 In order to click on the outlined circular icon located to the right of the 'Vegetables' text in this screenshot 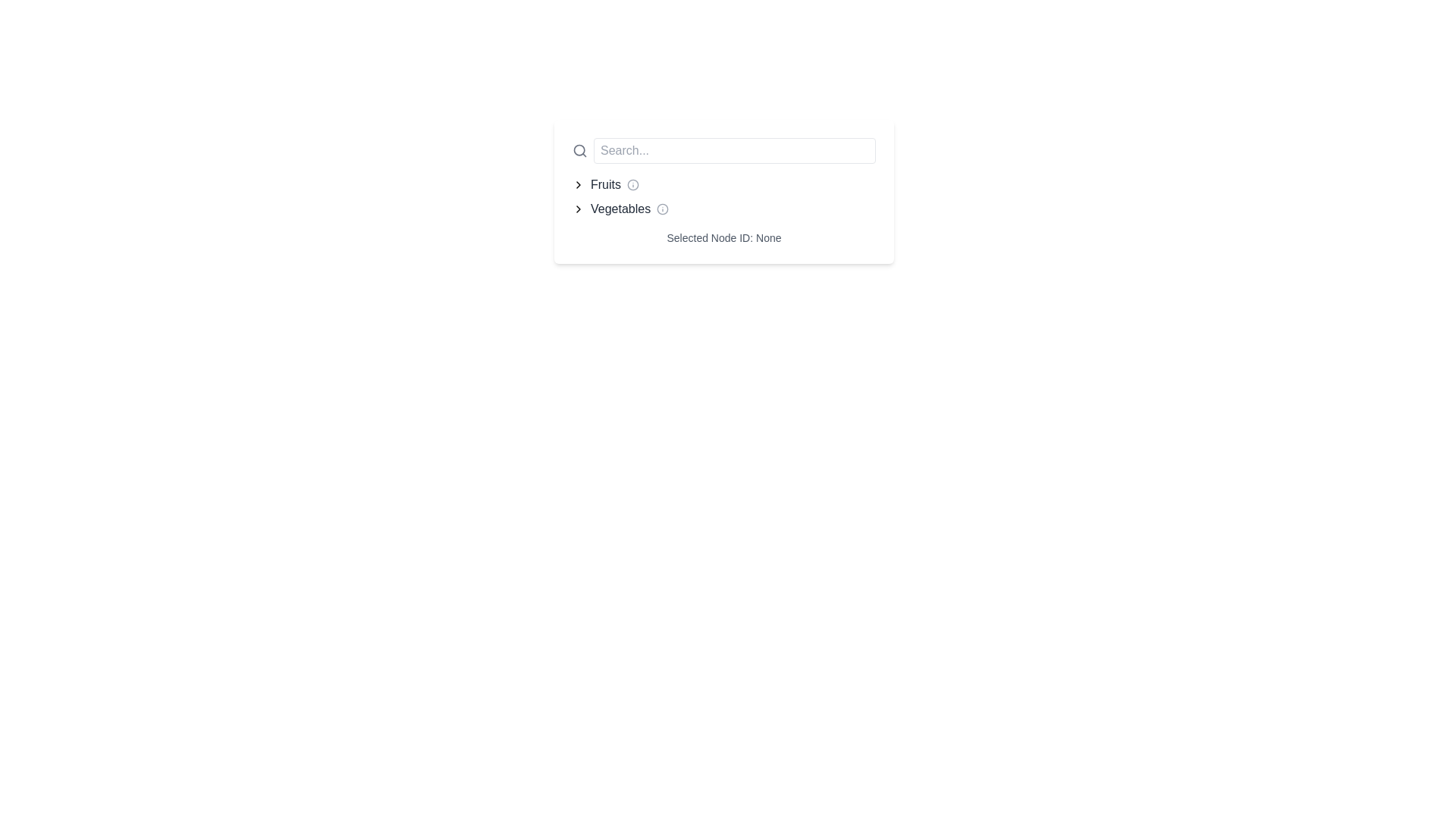, I will do `click(663, 209)`.